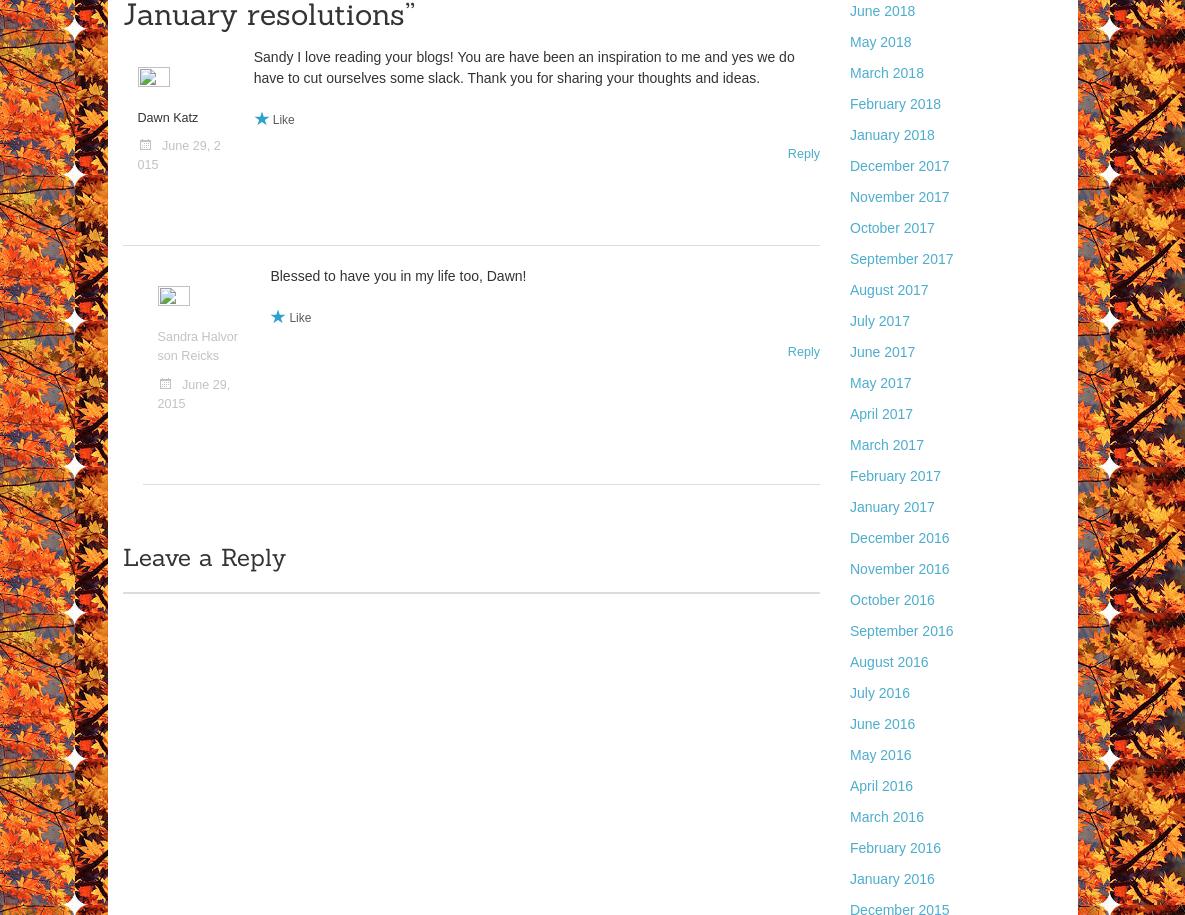 The width and height of the screenshot is (1185, 915). What do you see at coordinates (849, 817) in the screenshot?
I see `'March 2016'` at bounding box center [849, 817].